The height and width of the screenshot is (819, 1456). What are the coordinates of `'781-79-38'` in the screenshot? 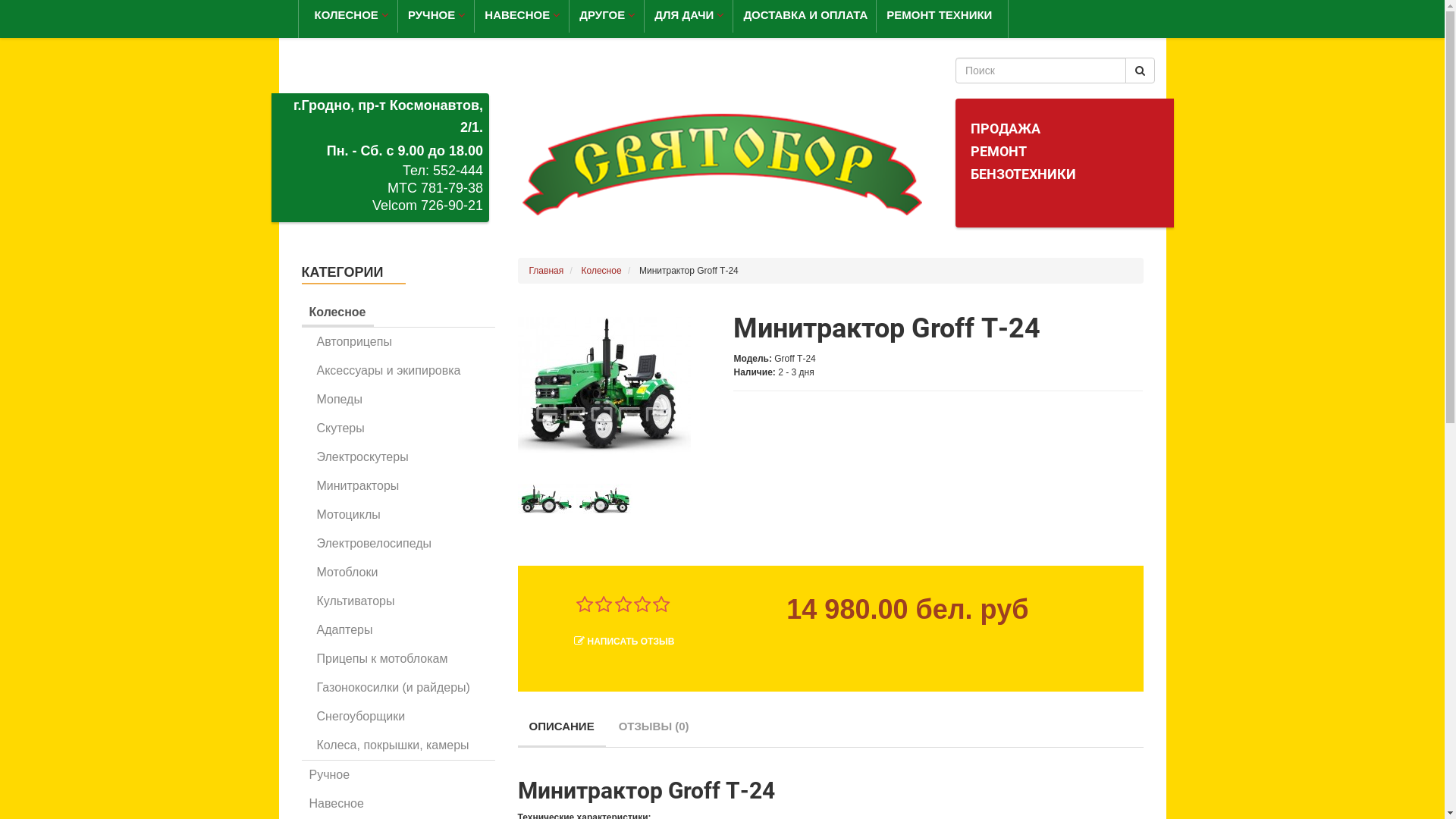 It's located at (450, 187).